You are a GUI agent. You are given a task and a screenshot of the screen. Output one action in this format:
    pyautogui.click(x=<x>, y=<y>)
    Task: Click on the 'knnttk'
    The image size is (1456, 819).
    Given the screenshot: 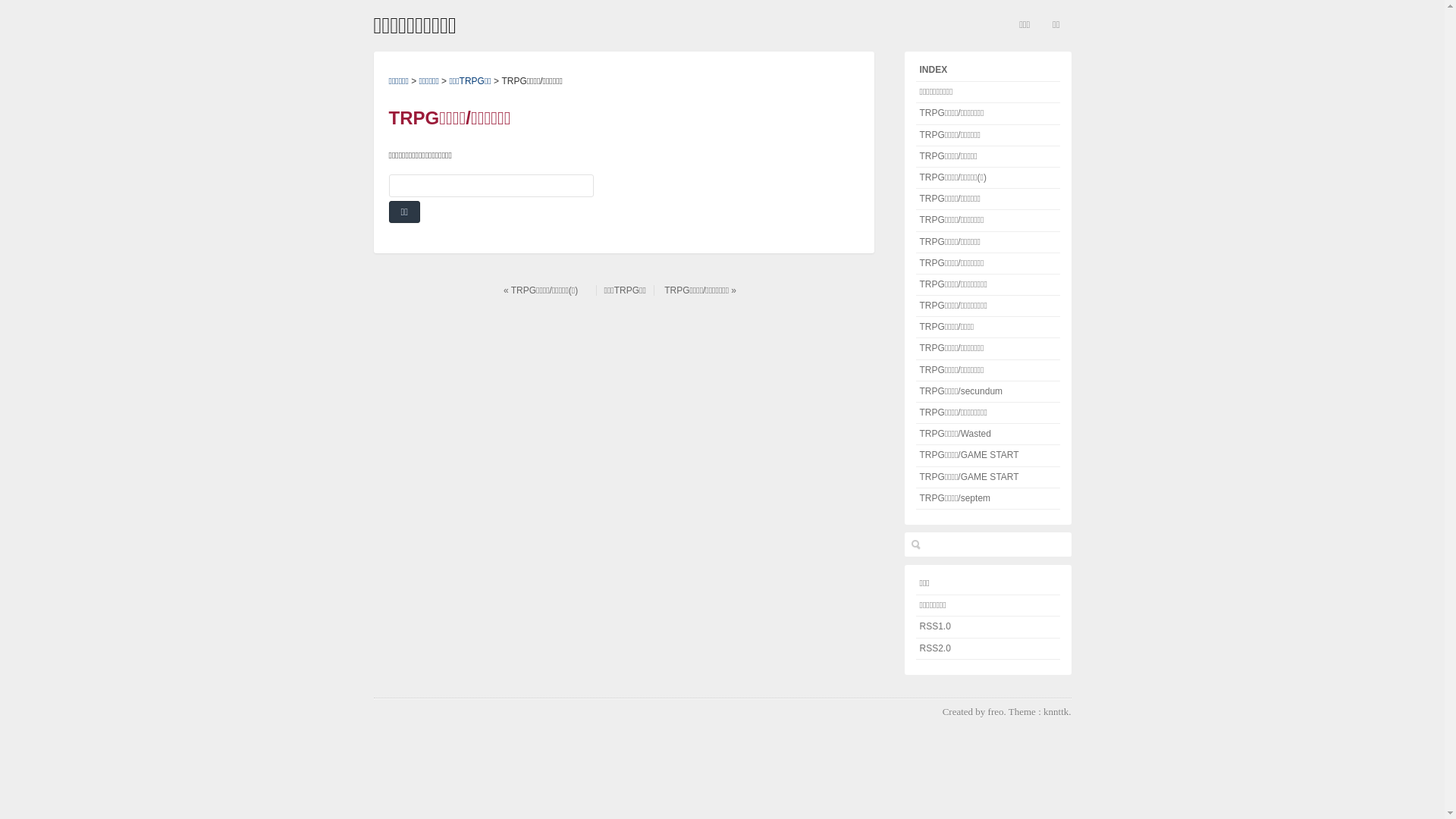 What is the action you would take?
    pyautogui.click(x=1043, y=711)
    